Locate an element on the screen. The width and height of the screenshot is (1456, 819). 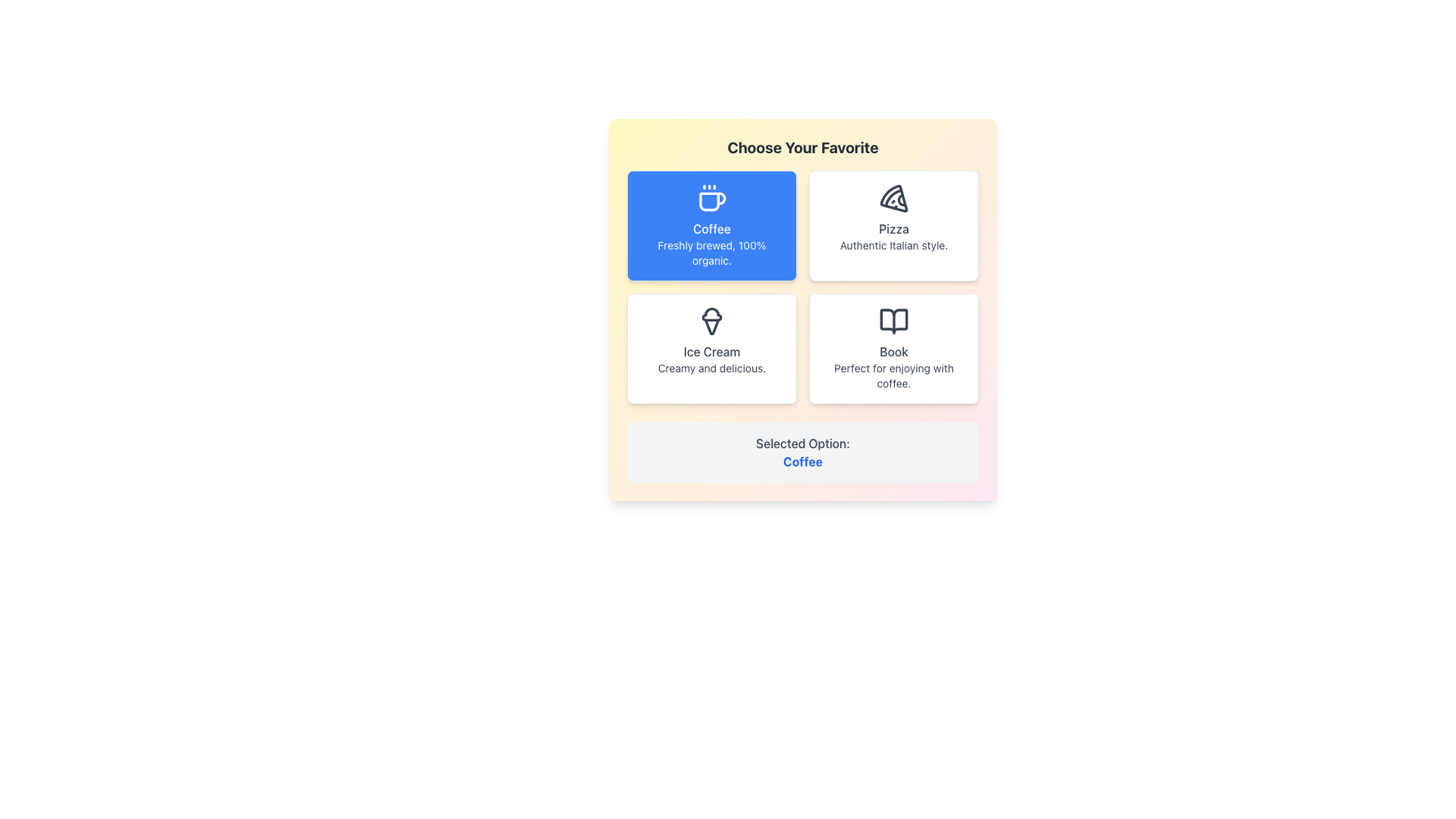
the selectable card representing the 'Coffee' option located in the top-left corner of the grid is located at coordinates (711, 225).